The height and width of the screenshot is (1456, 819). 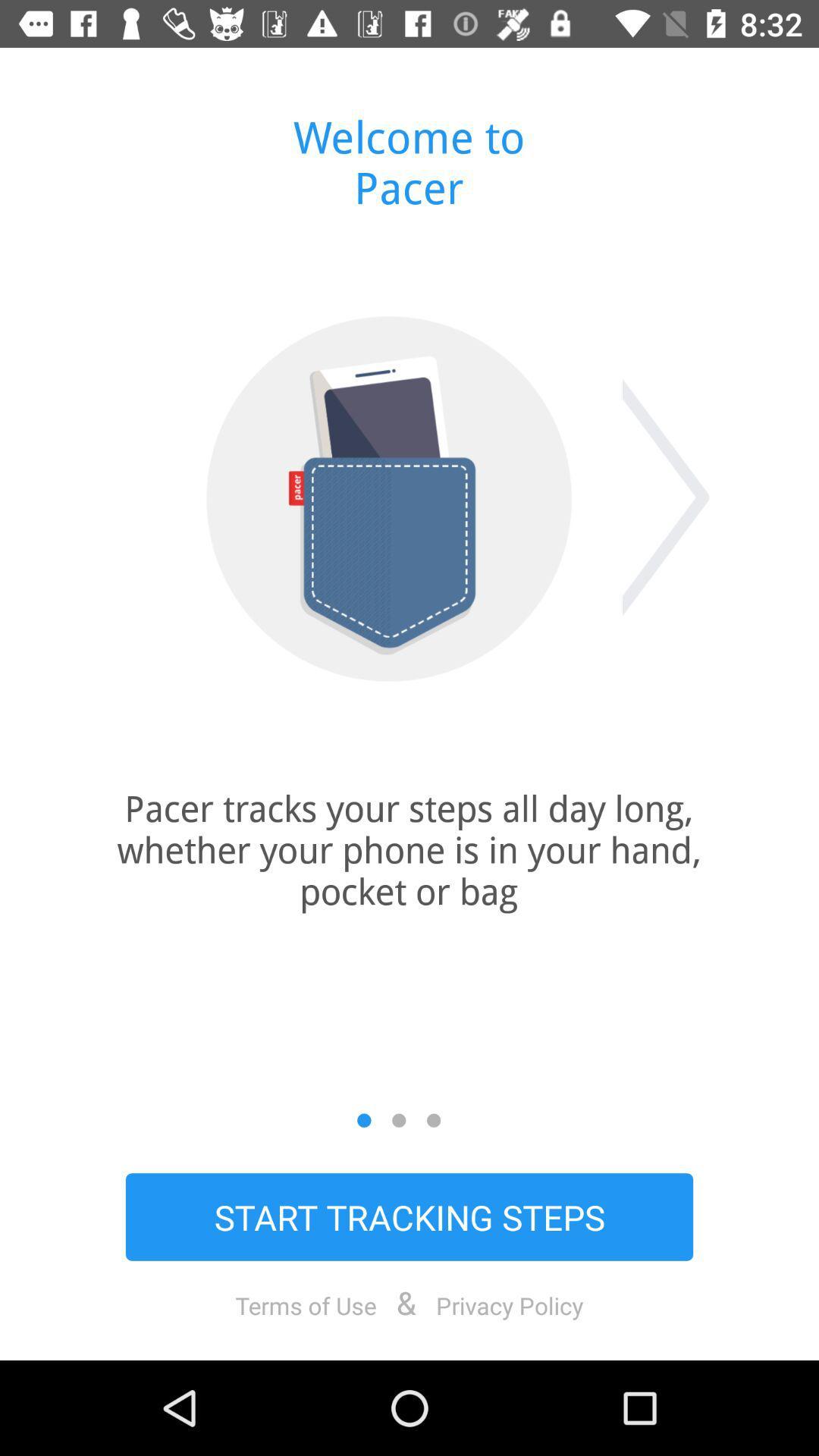 I want to click on the icon below start tracking steps icon, so click(x=306, y=1304).